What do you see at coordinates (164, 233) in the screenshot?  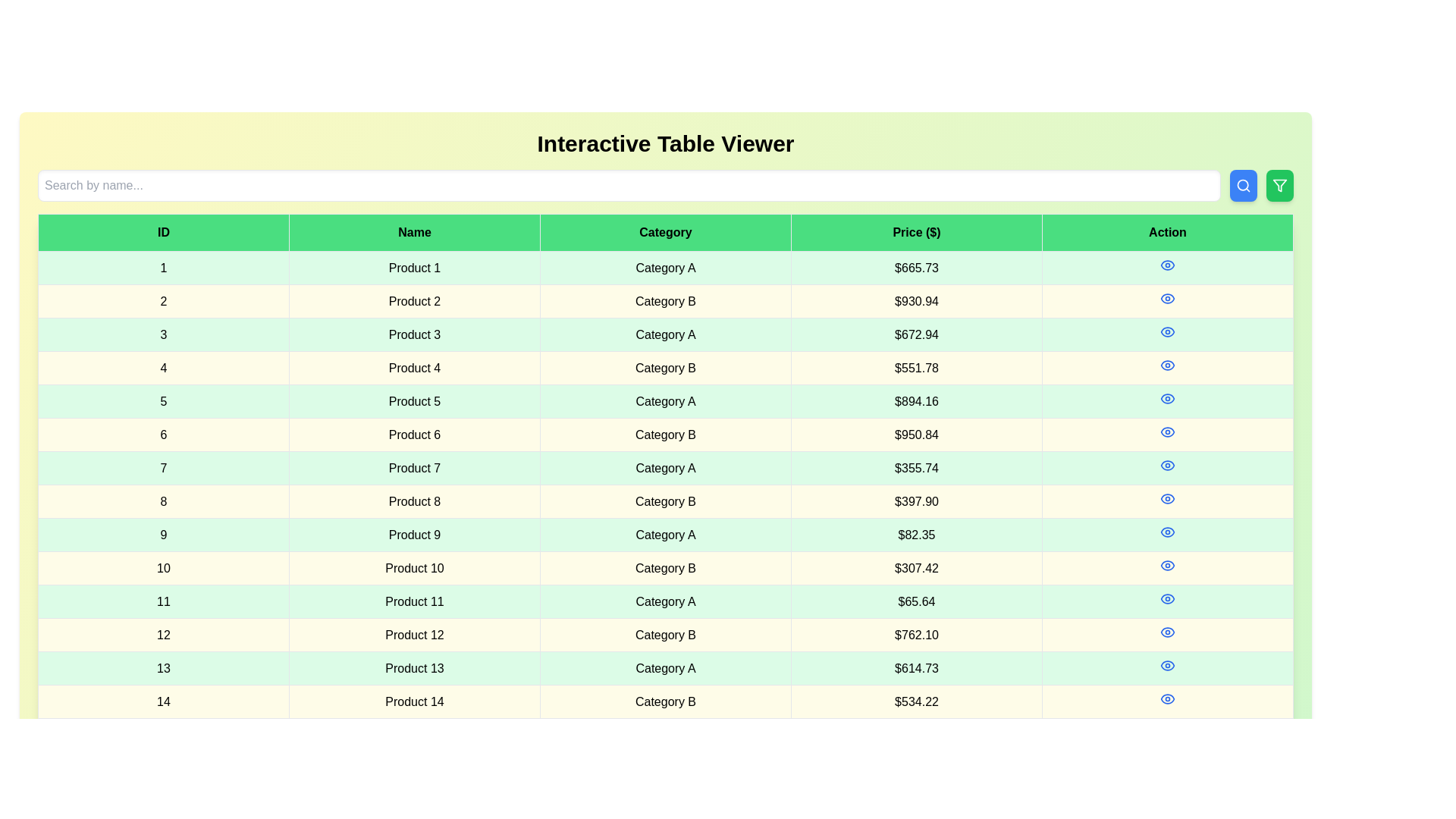 I see `the column header ID to sort the table` at bounding box center [164, 233].